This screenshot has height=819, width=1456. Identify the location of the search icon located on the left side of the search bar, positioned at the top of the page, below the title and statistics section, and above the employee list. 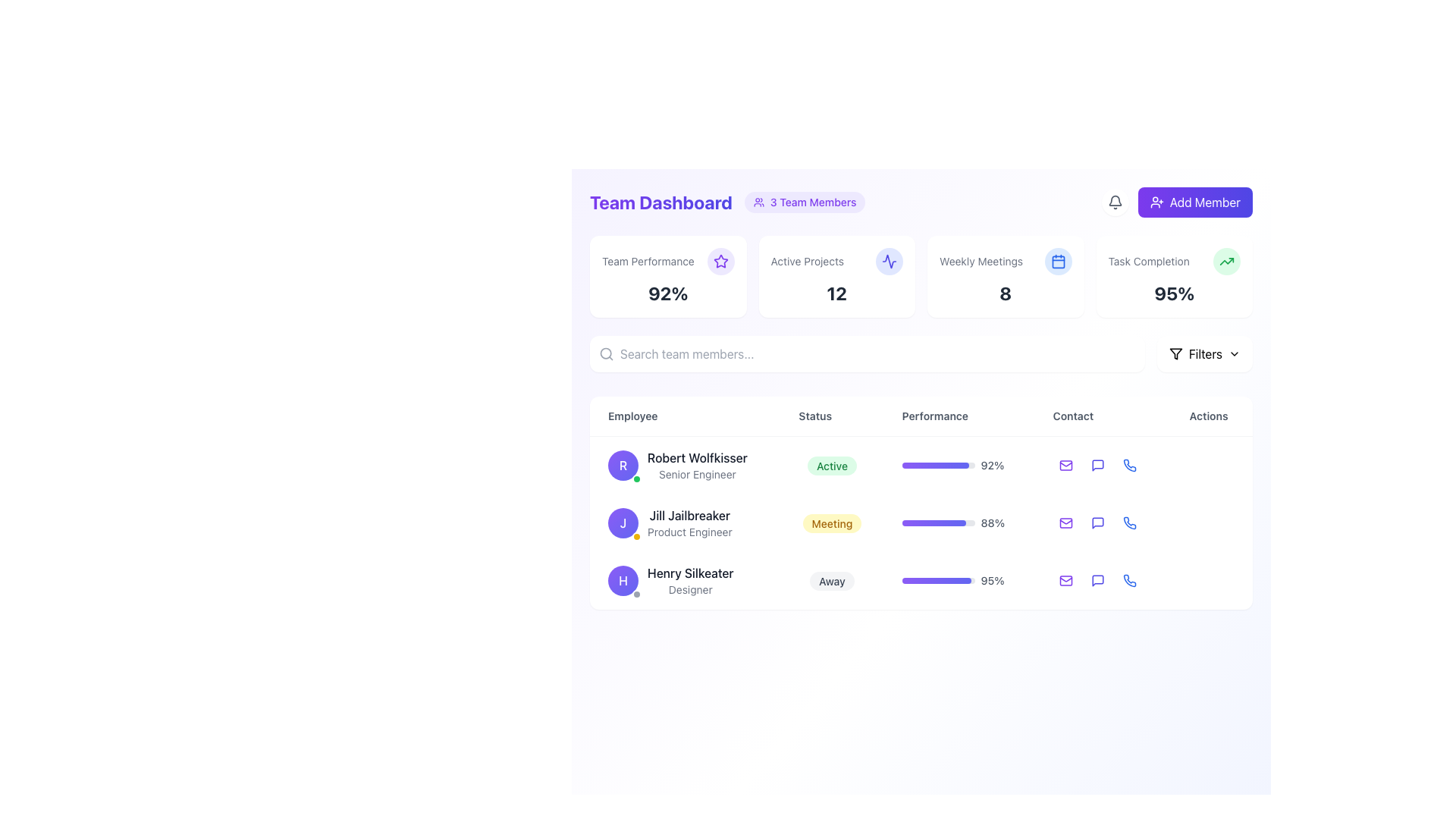
(607, 353).